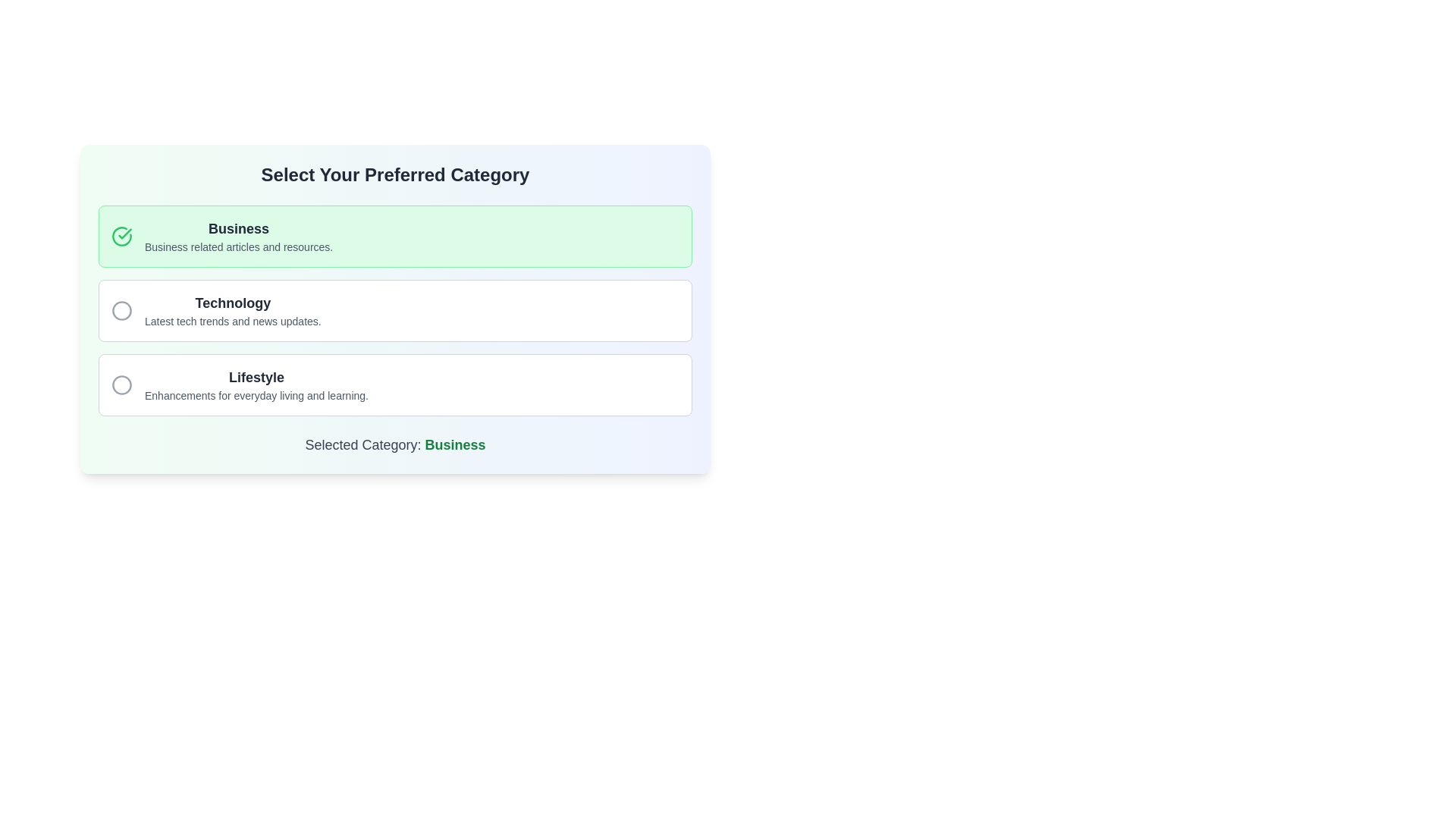  I want to click on the green circular icon with a checkmark, located to the immediate left of the 'Business' text block, for state indication, so click(122, 237).